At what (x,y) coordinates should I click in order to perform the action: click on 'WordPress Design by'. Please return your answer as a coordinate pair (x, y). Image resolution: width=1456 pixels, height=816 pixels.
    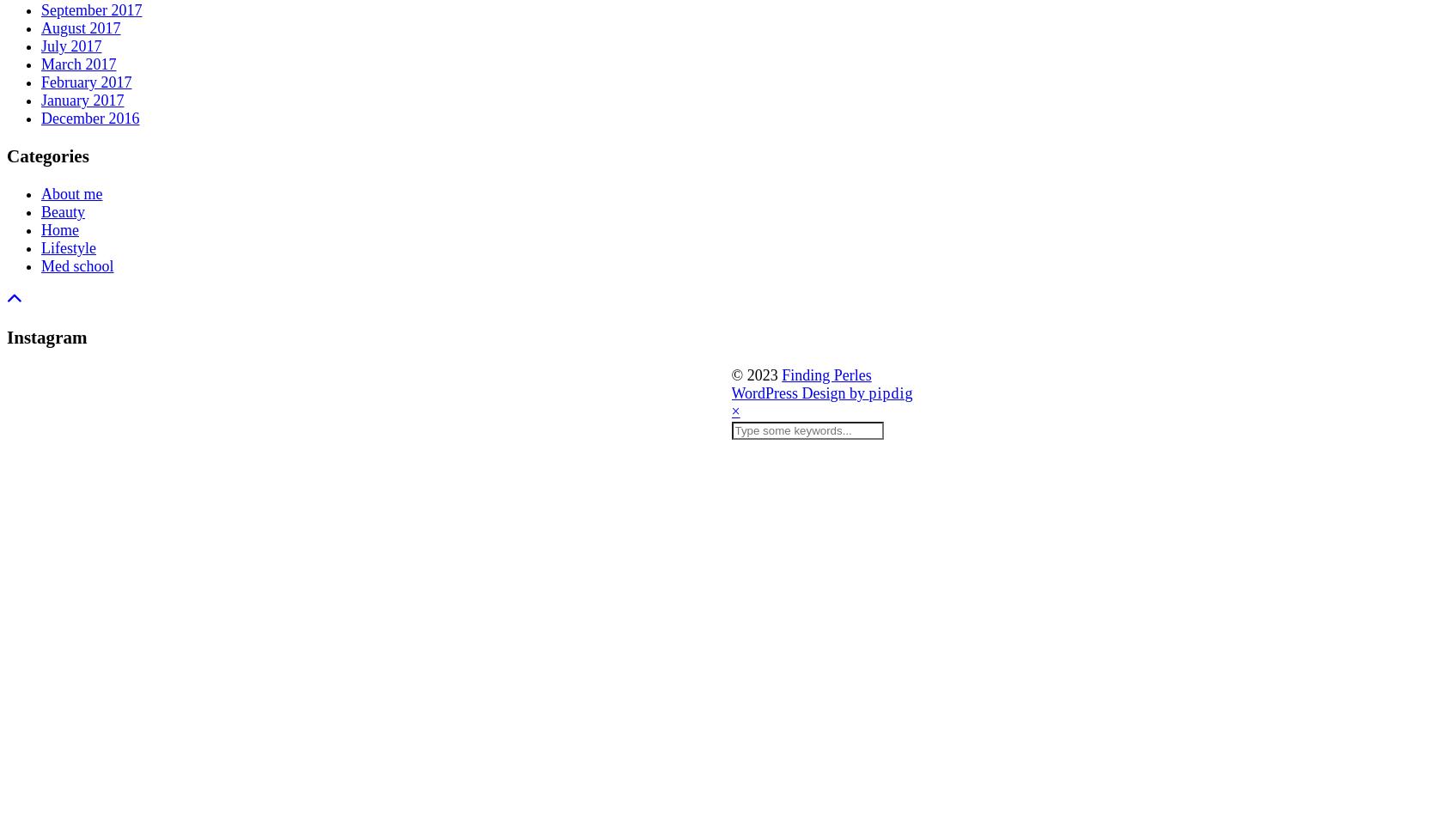
    Looking at the image, I should click on (800, 392).